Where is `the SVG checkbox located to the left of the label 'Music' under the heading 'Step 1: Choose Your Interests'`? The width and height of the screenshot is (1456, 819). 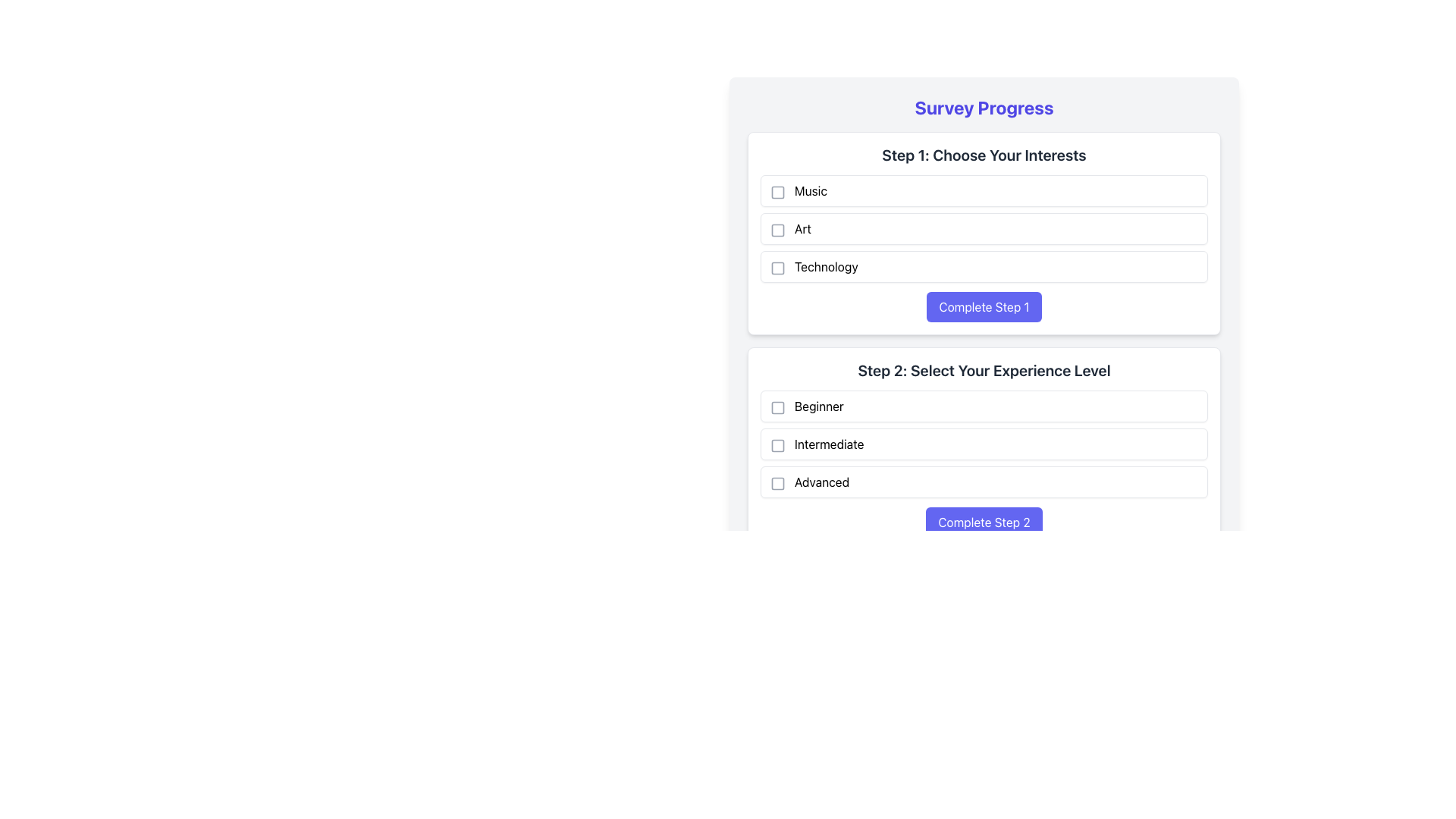 the SVG checkbox located to the left of the label 'Music' under the heading 'Step 1: Choose Your Interests' is located at coordinates (778, 191).